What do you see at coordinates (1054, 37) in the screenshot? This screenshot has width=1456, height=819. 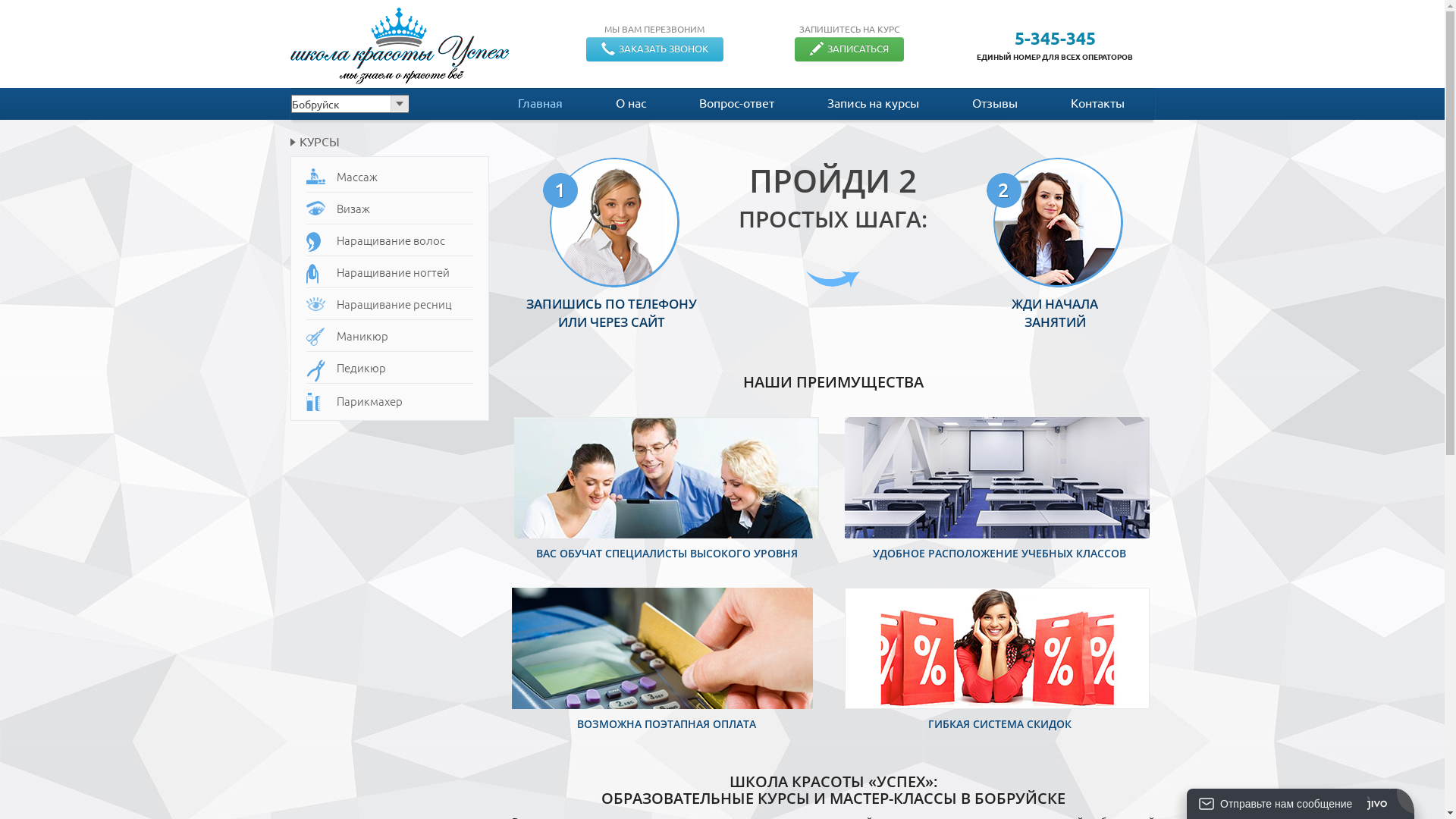 I see `'5-345-345'` at bounding box center [1054, 37].